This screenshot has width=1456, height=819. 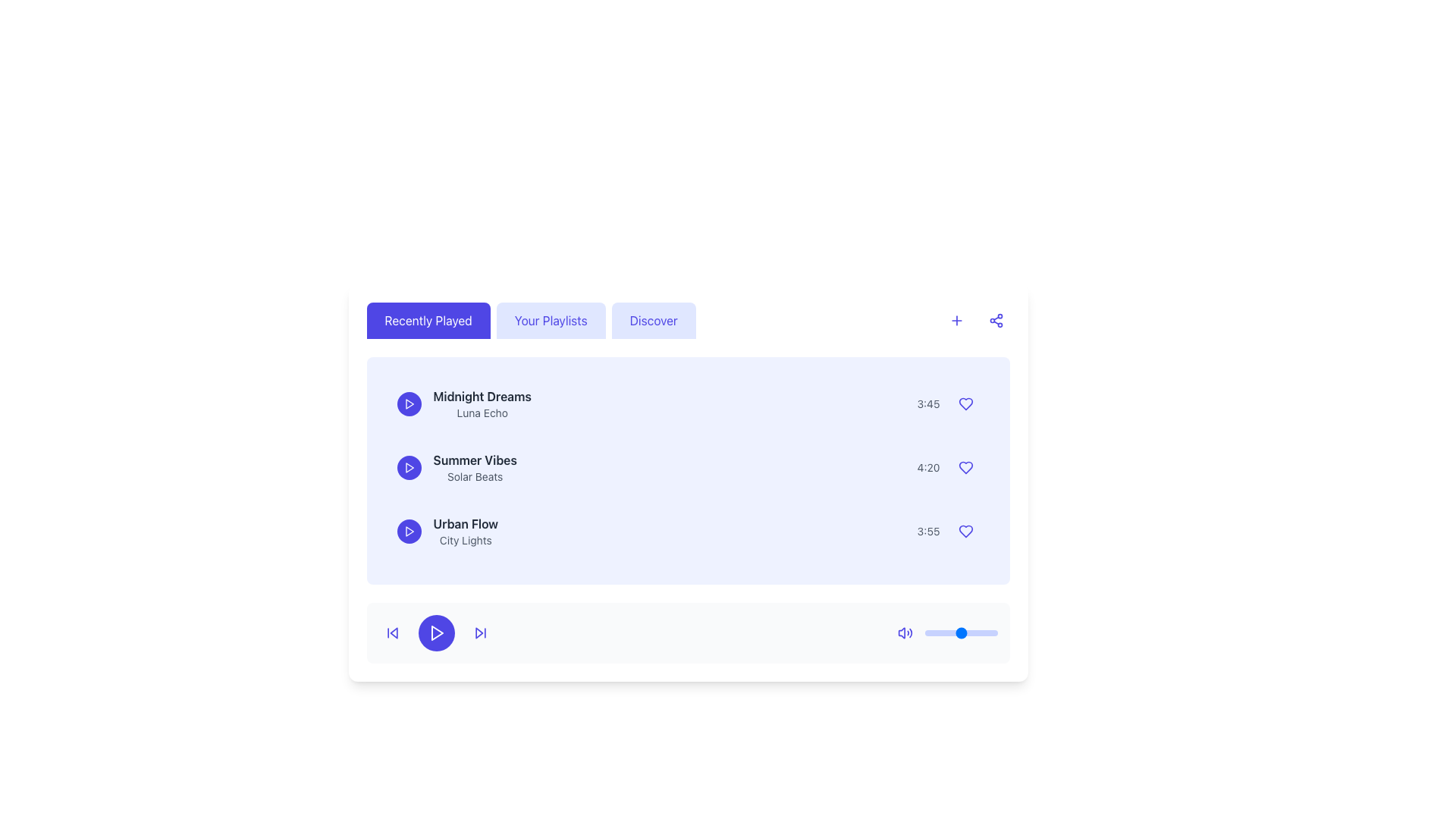 I want to click on the first button in the group of three buttons near the bottom center of the interface to skip to the previous track, so click(x=392, y=632).